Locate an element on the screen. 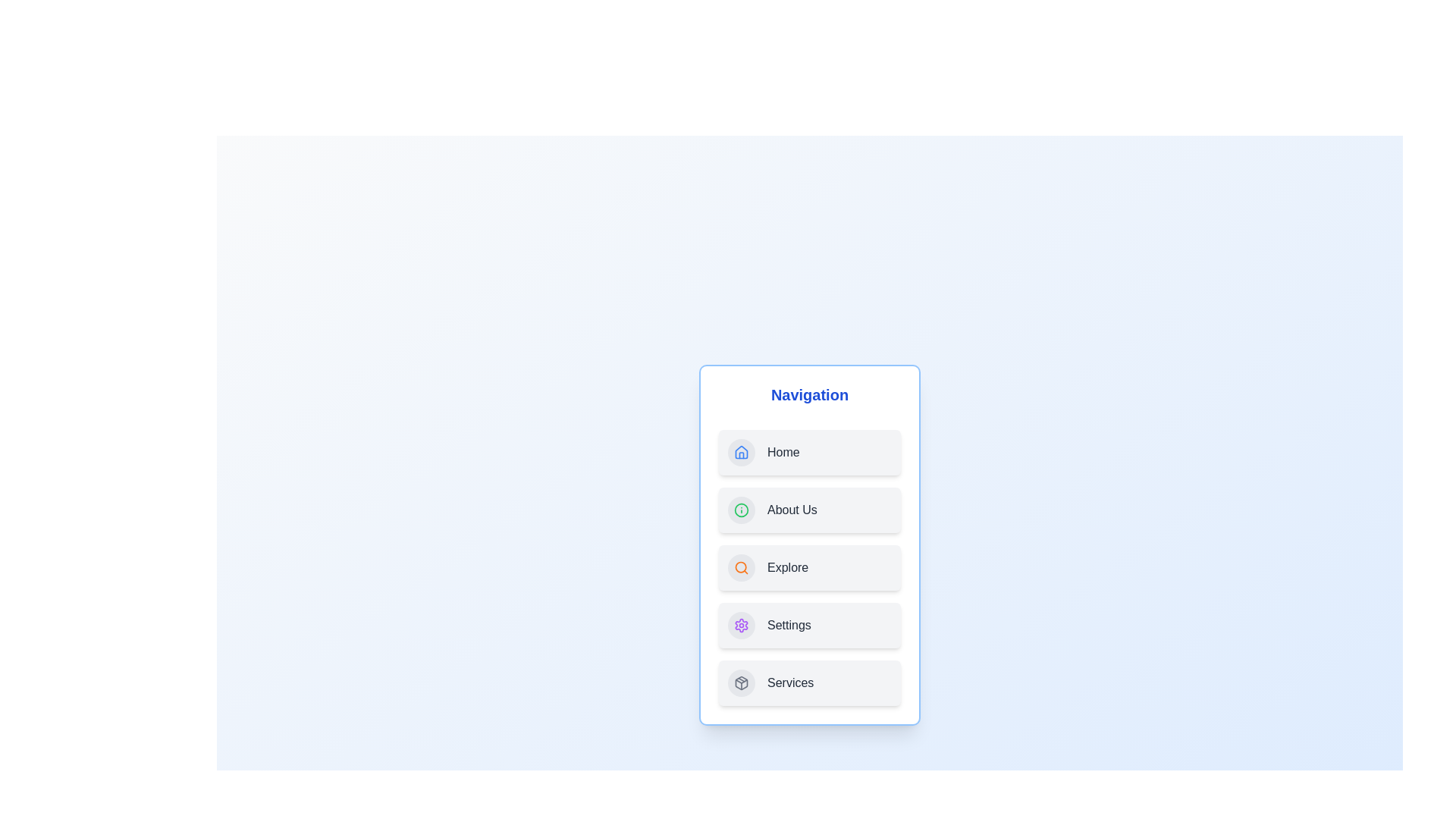 This screenshot has width=1456, height=819. the navigation item labeled Services is located at coordinates (809, 683).